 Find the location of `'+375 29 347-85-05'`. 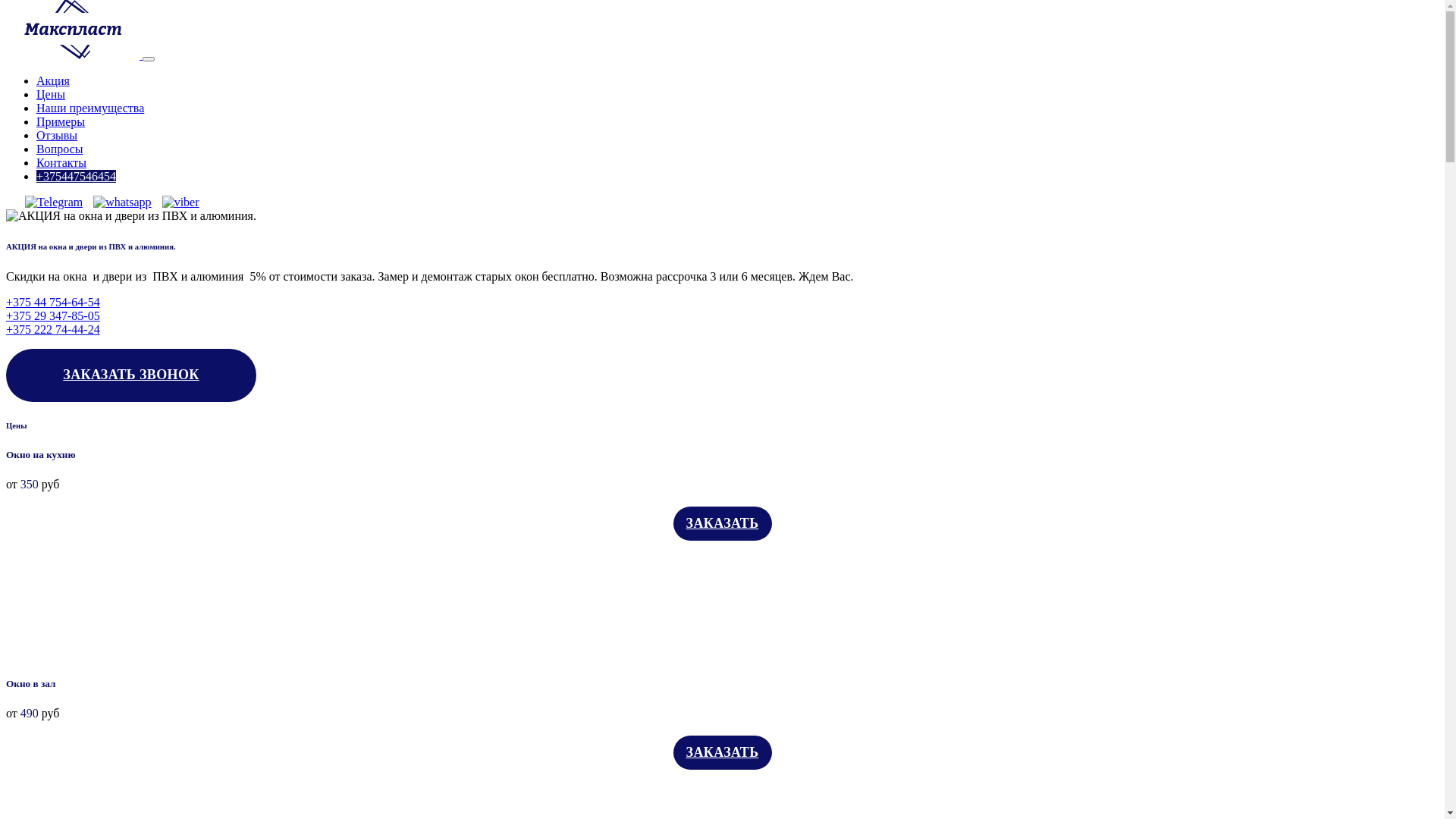

'+375 29 347-85-05' is located at coordinates (53, 315).